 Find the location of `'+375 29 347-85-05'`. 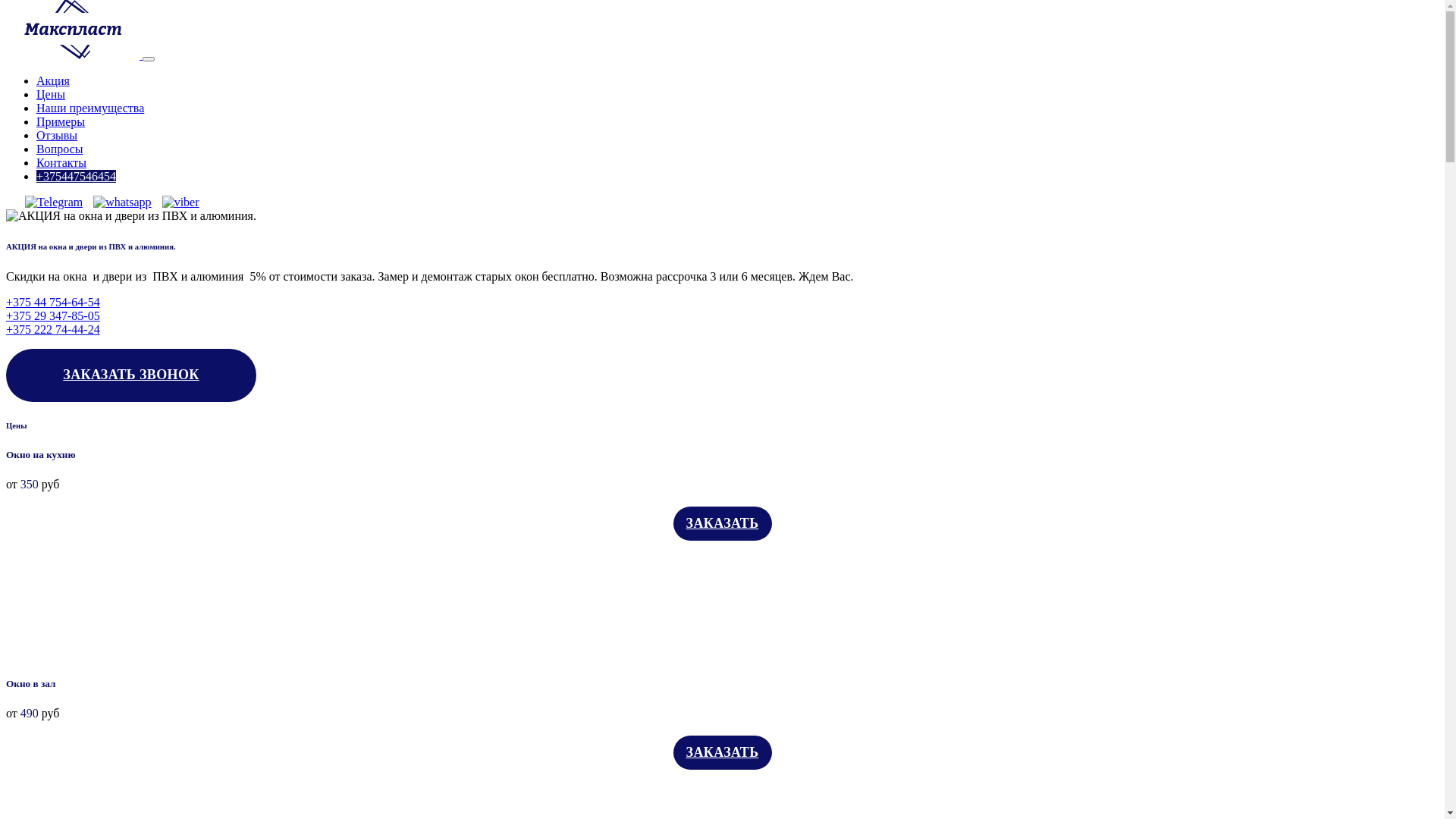

'+375 29 347-85-05' is located at coordinates (53, 315).